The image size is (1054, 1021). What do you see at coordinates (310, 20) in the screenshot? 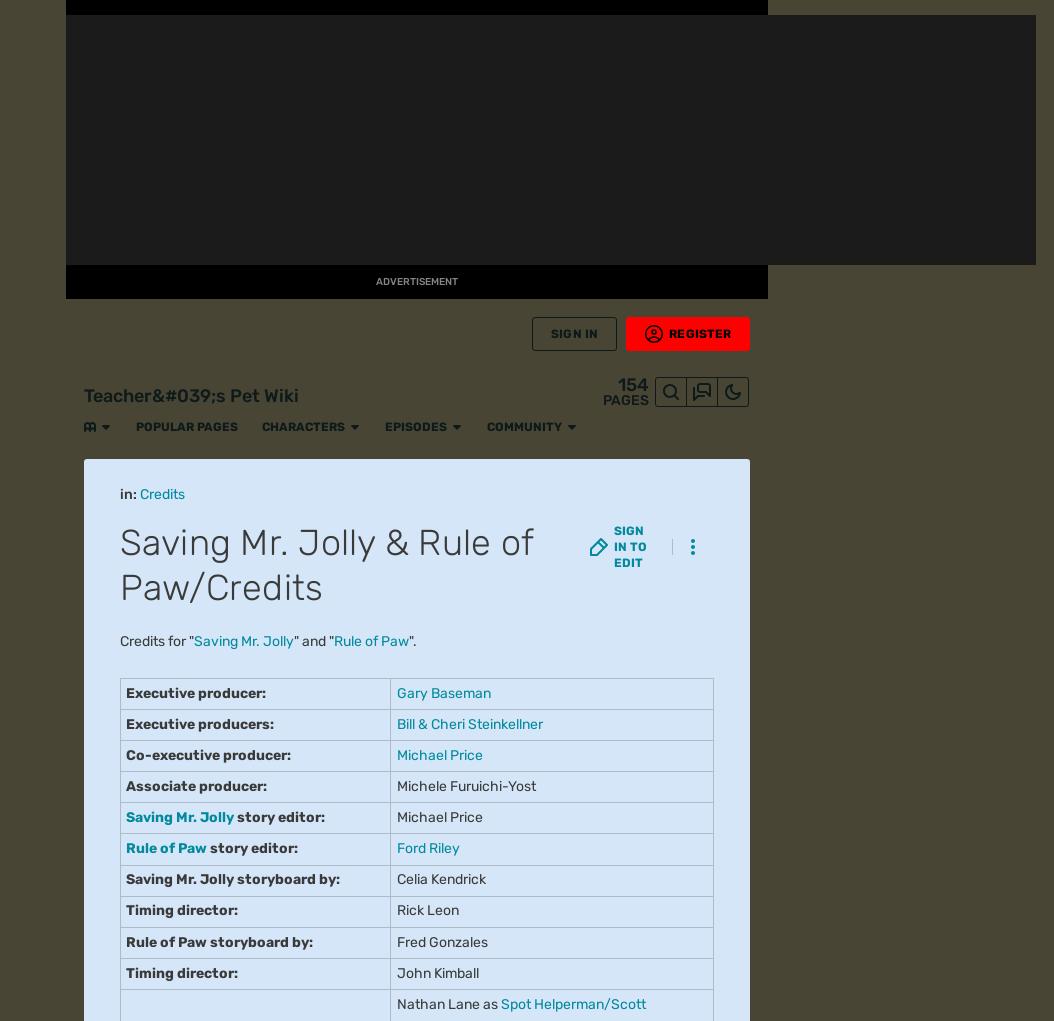
I see `'Episodes'` at bounding box center [310, 20].